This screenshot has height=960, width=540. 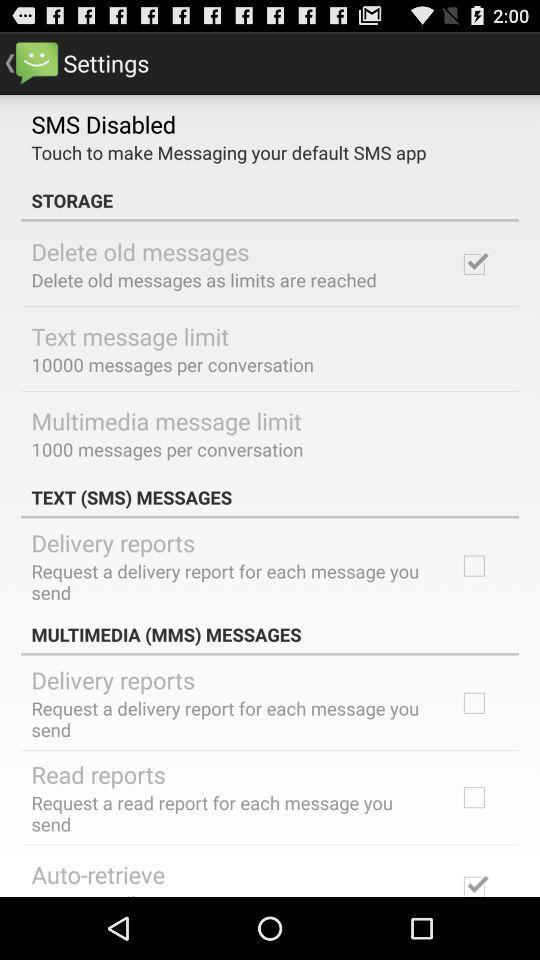 I want to click on the storage icon, so click(x=270, y=200).